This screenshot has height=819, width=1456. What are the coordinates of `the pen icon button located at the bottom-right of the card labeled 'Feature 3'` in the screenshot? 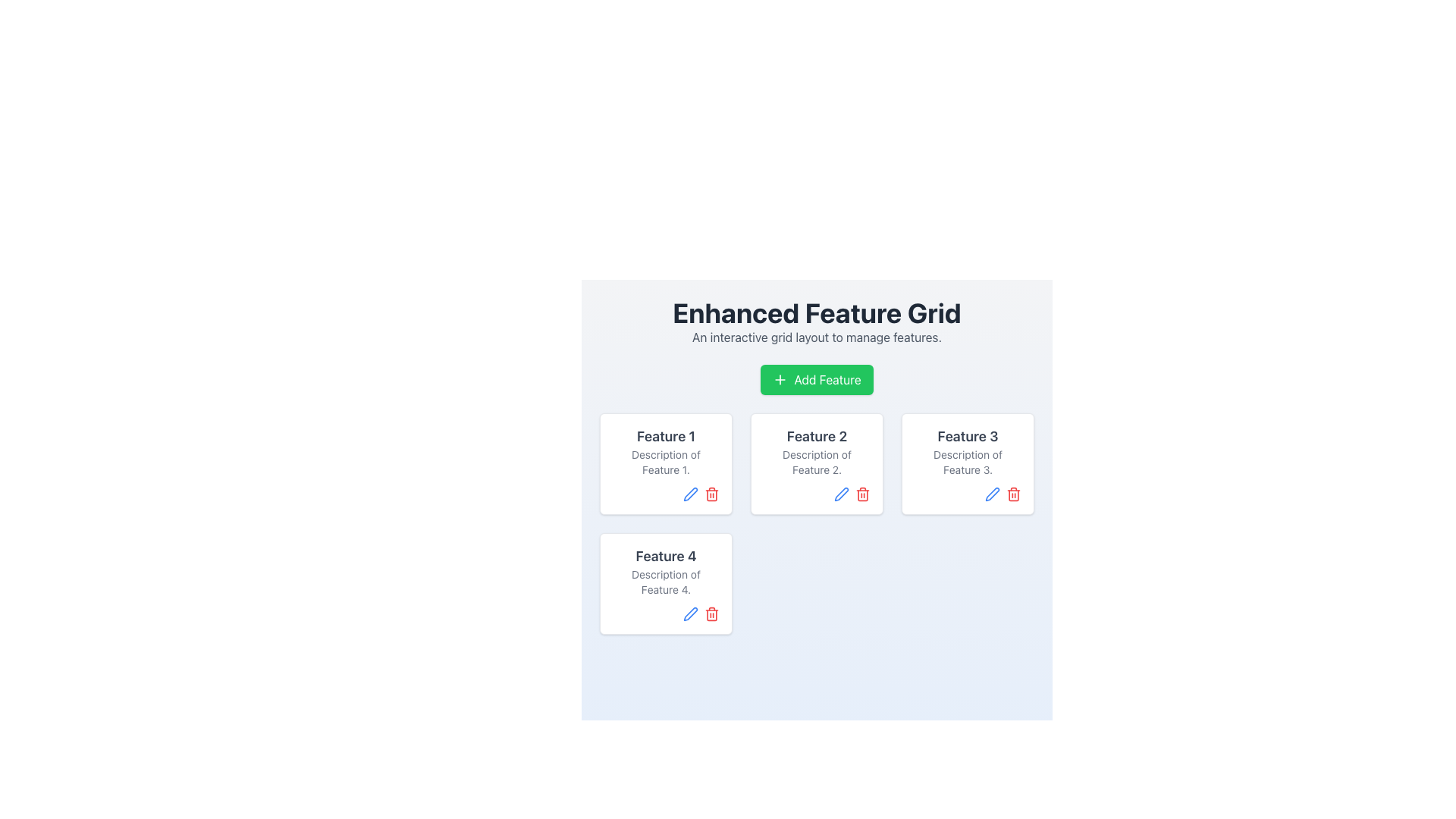 It's located at (993, 494).